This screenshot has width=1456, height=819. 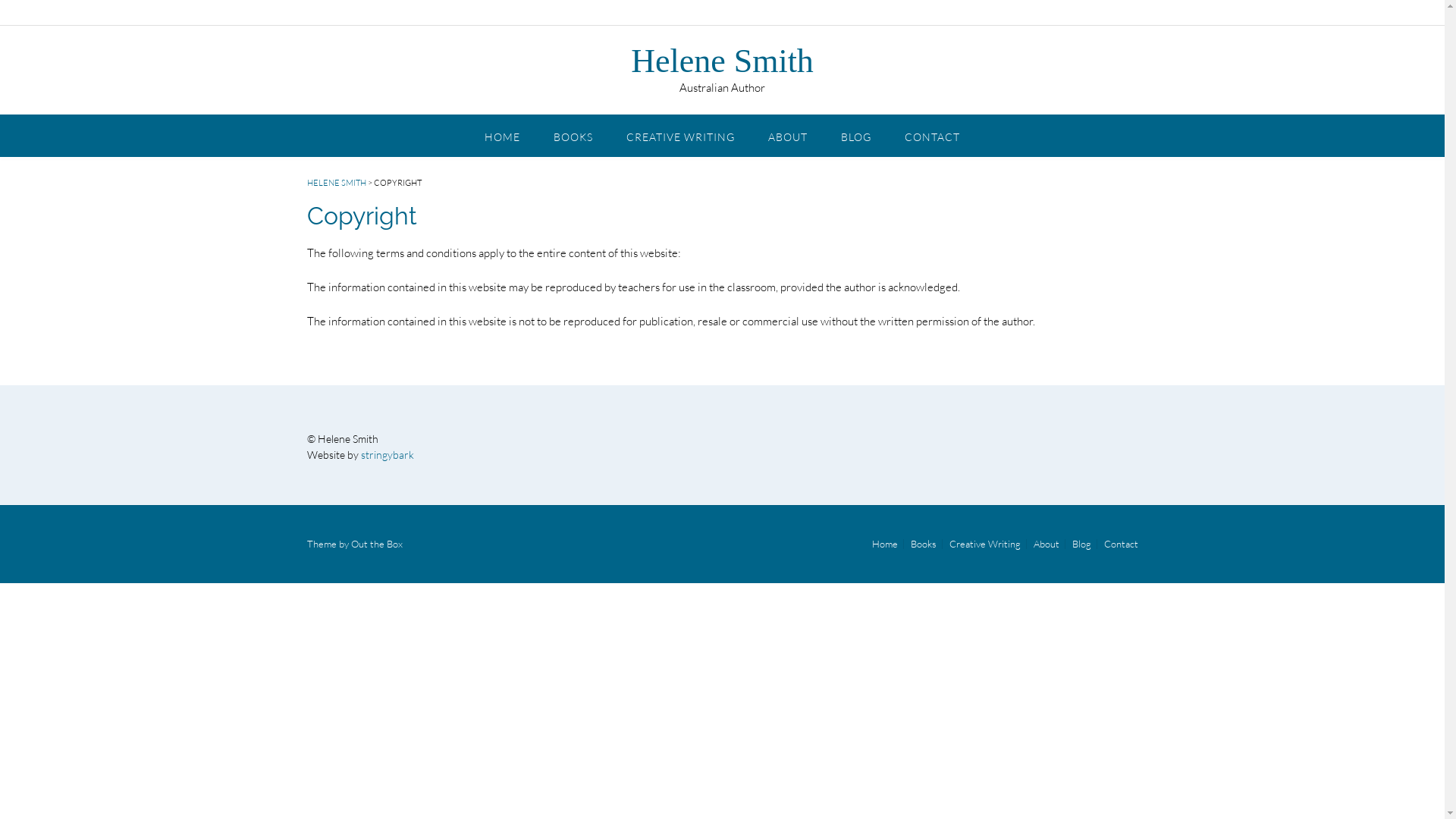 What do you see at coordinates (679, 133) in the screenshot?
I see `'CREATIVE WRITING'` at bounding box center [679, 133].